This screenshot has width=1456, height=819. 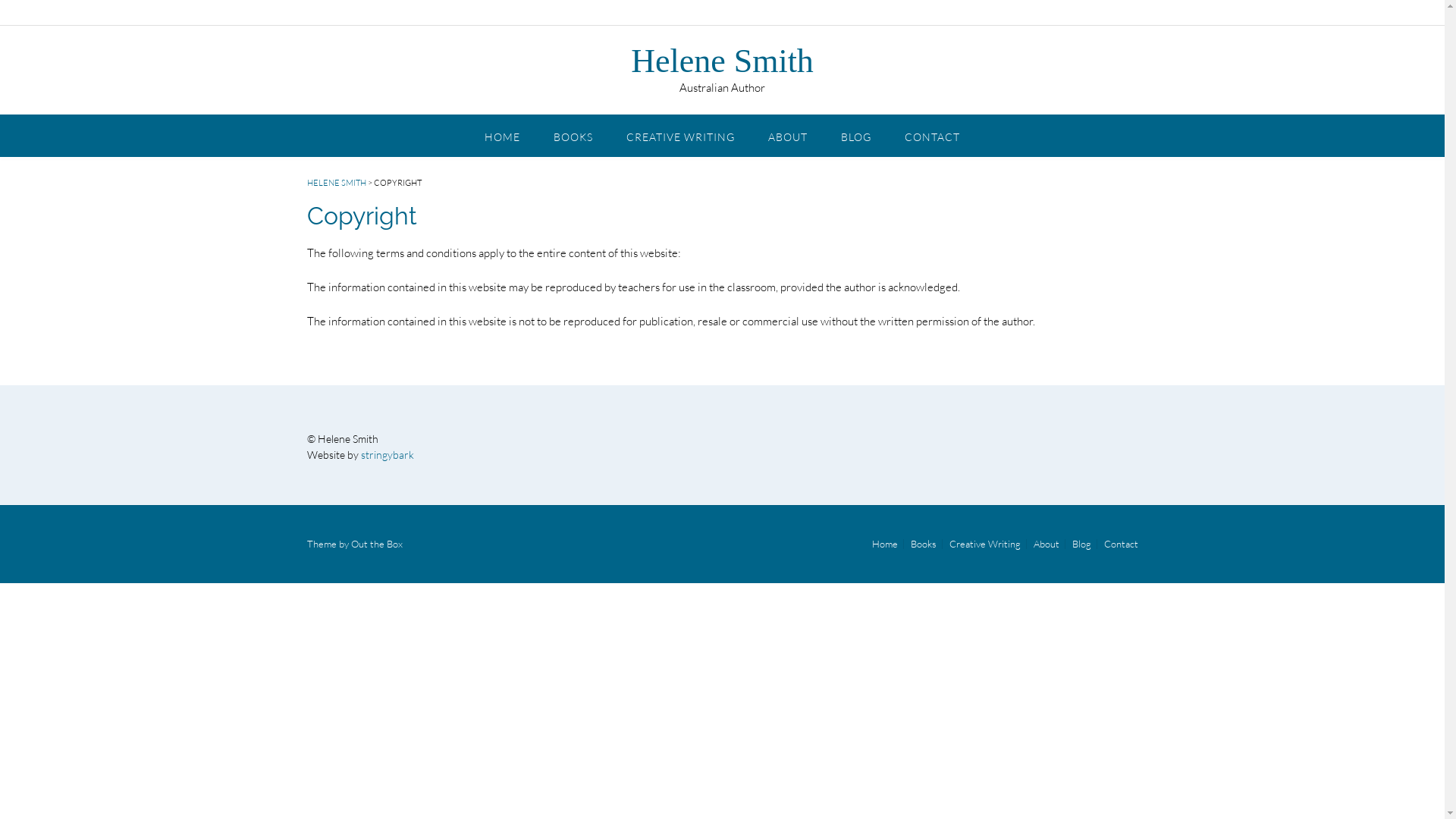 What do you see at coordinates (679, 133) in the screenshot?
I see `'CREATIVE WRITING'` at bounding box center [679, 133].